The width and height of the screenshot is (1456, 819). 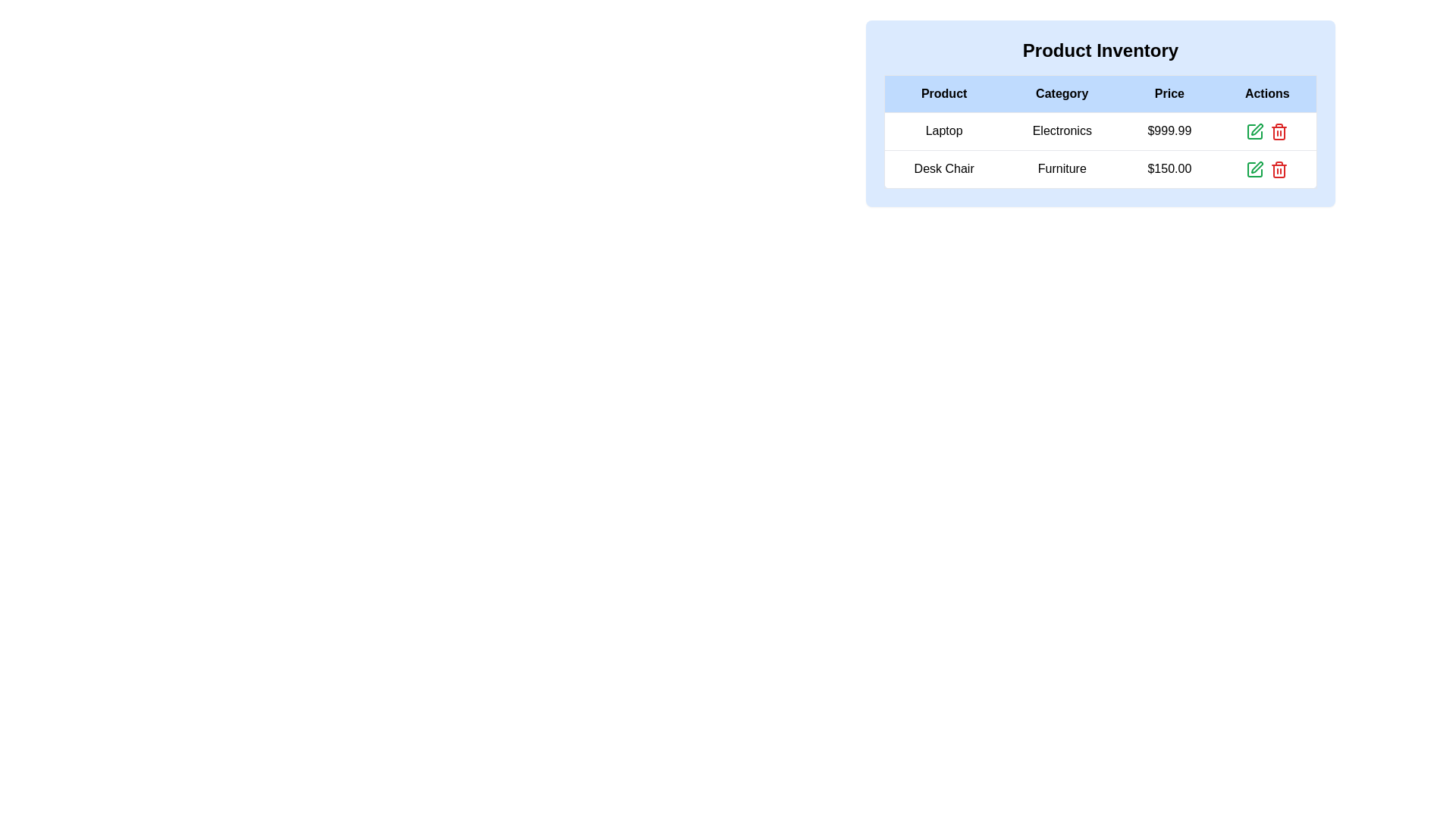 I want to click on the trash can icon button in the 'Actions' column of the 'Product Inventory' table to get a tooltip or visual indication of interactivity, so click(x=1279, y=130).